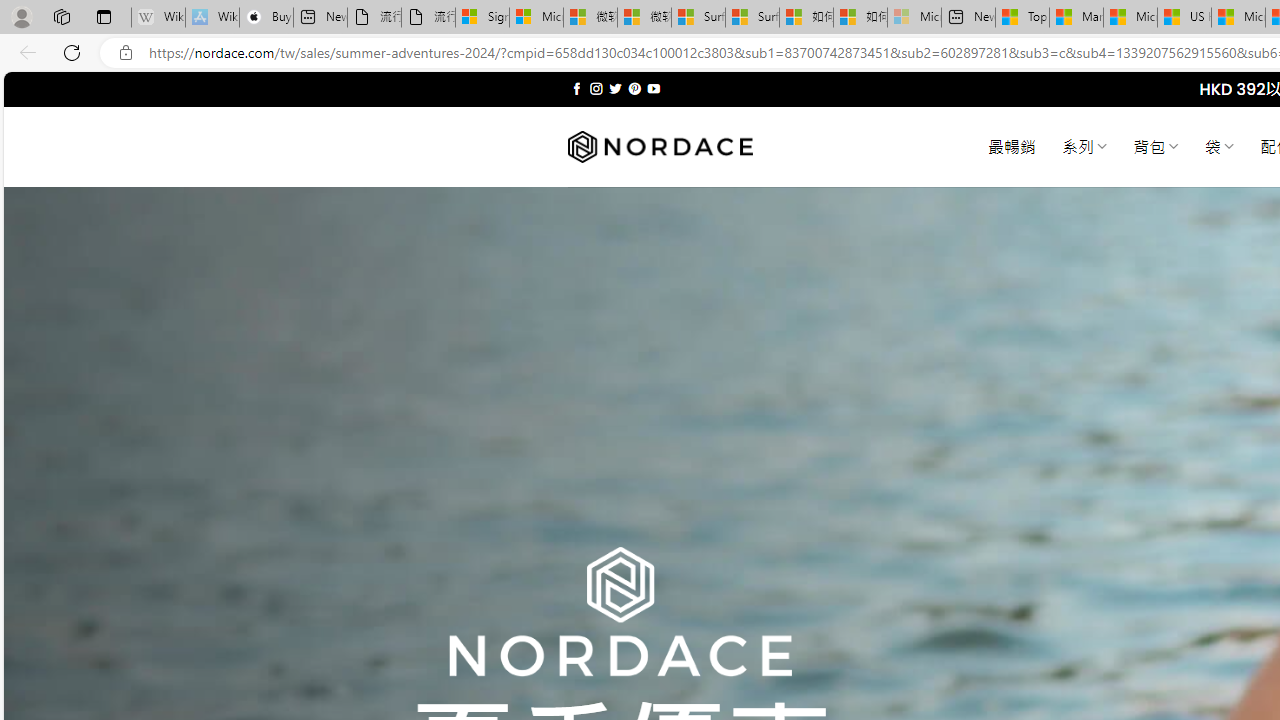 The height and width of the screenshot is (720, 1280). Describe the element at coordinates (576, 88) in the screenshot. I see `'Follow on Facebook'` at that location.